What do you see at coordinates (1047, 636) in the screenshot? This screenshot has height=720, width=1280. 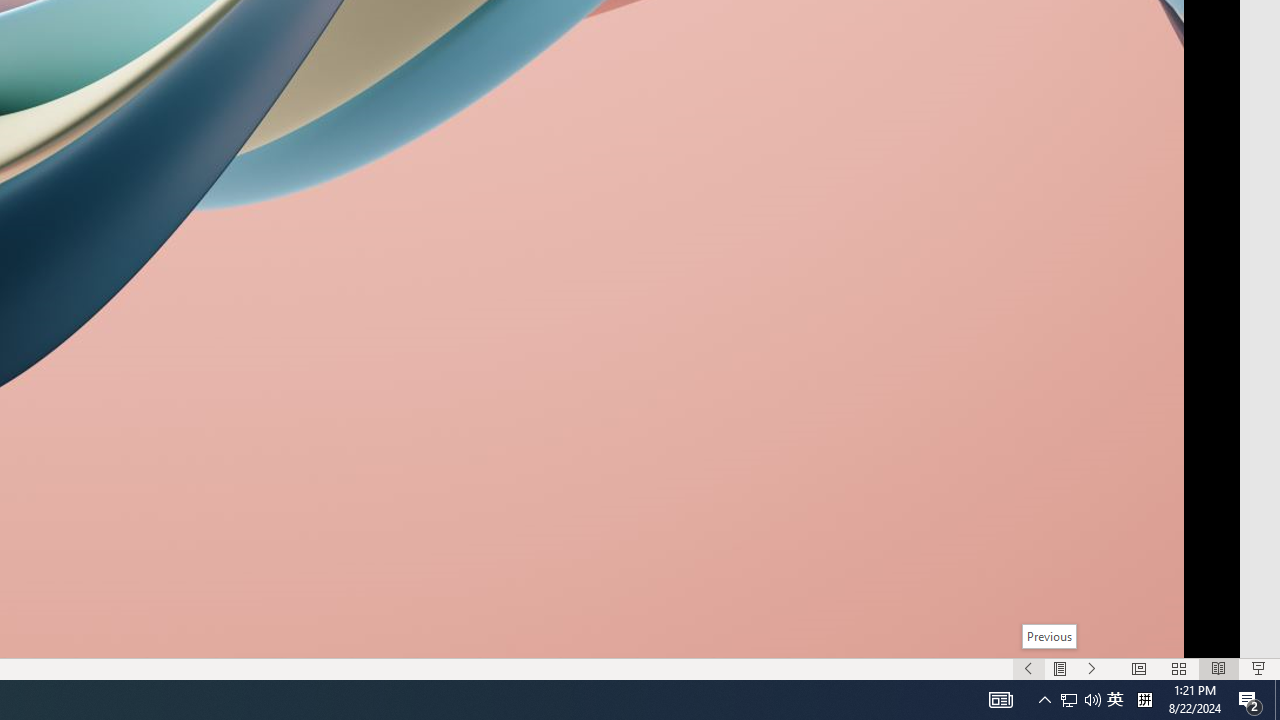 I see `'Previous'` at bounding box center [1047, 636].